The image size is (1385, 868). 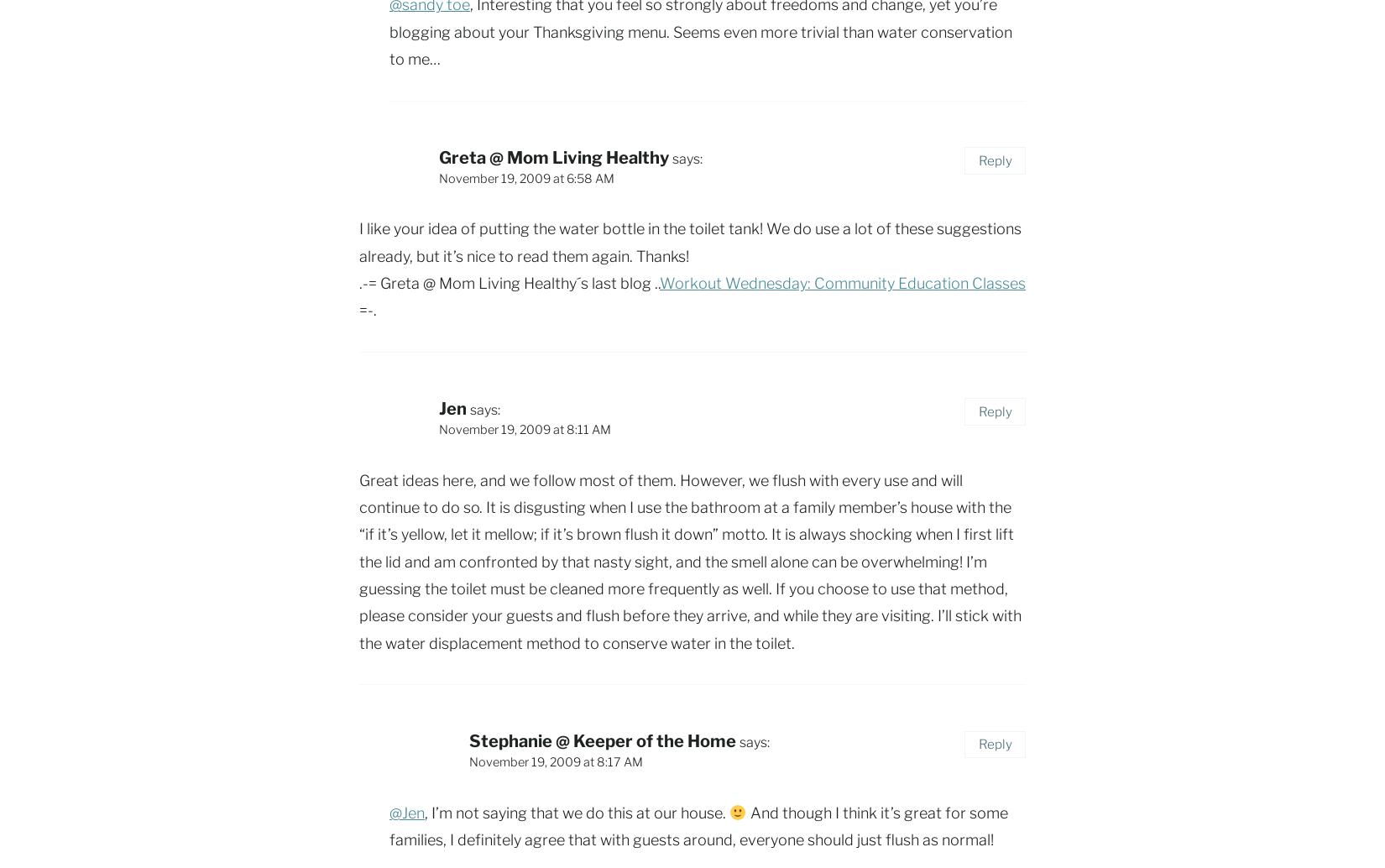 I want to click on 'Stephanie @ Keeper of the Home', so click(x=602, y=740).